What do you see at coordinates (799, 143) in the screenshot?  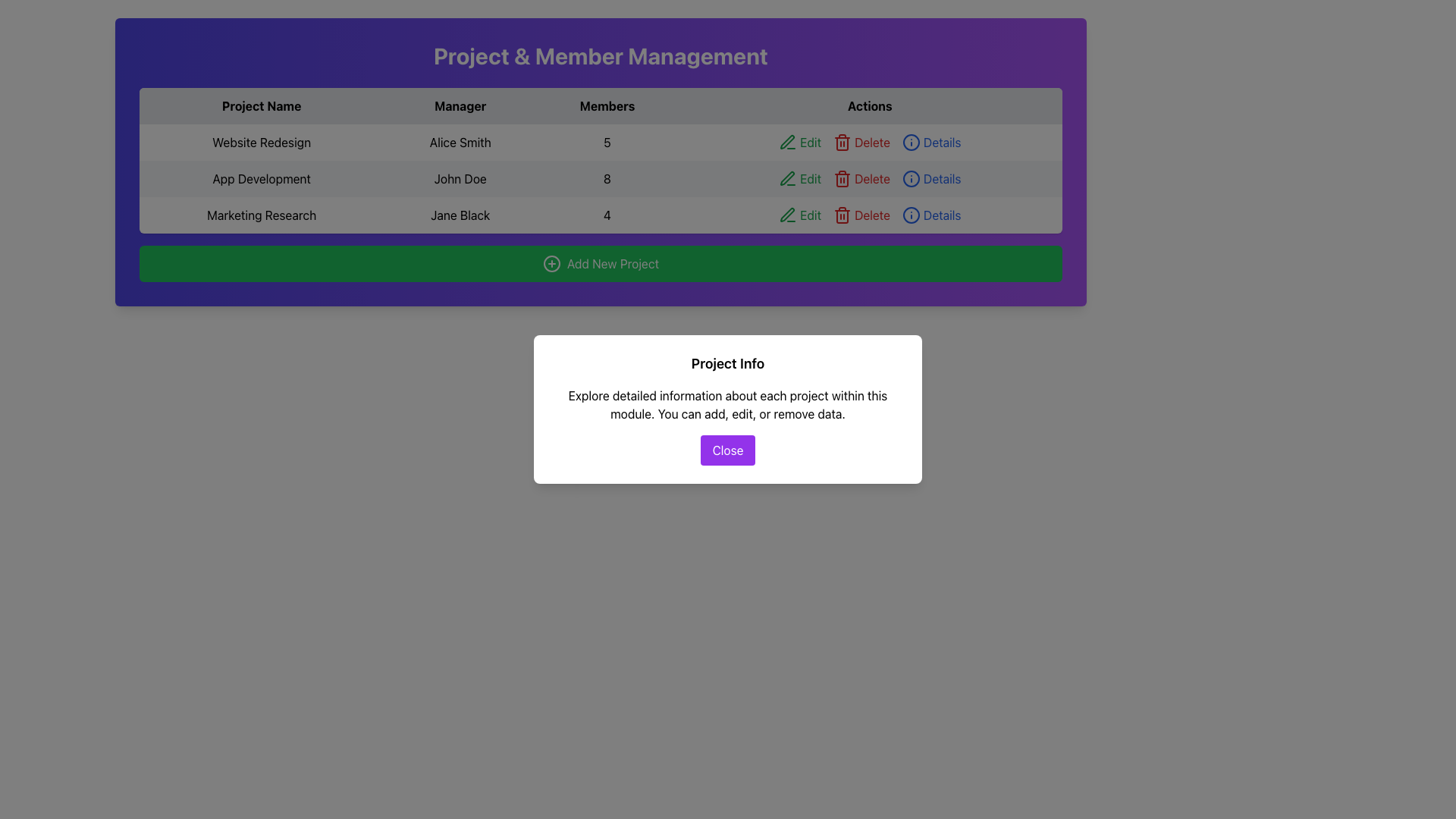 I see `the 'Edit' button located in the 'Actions' column of the first row of the projects table` at bounding box center [799, 143].